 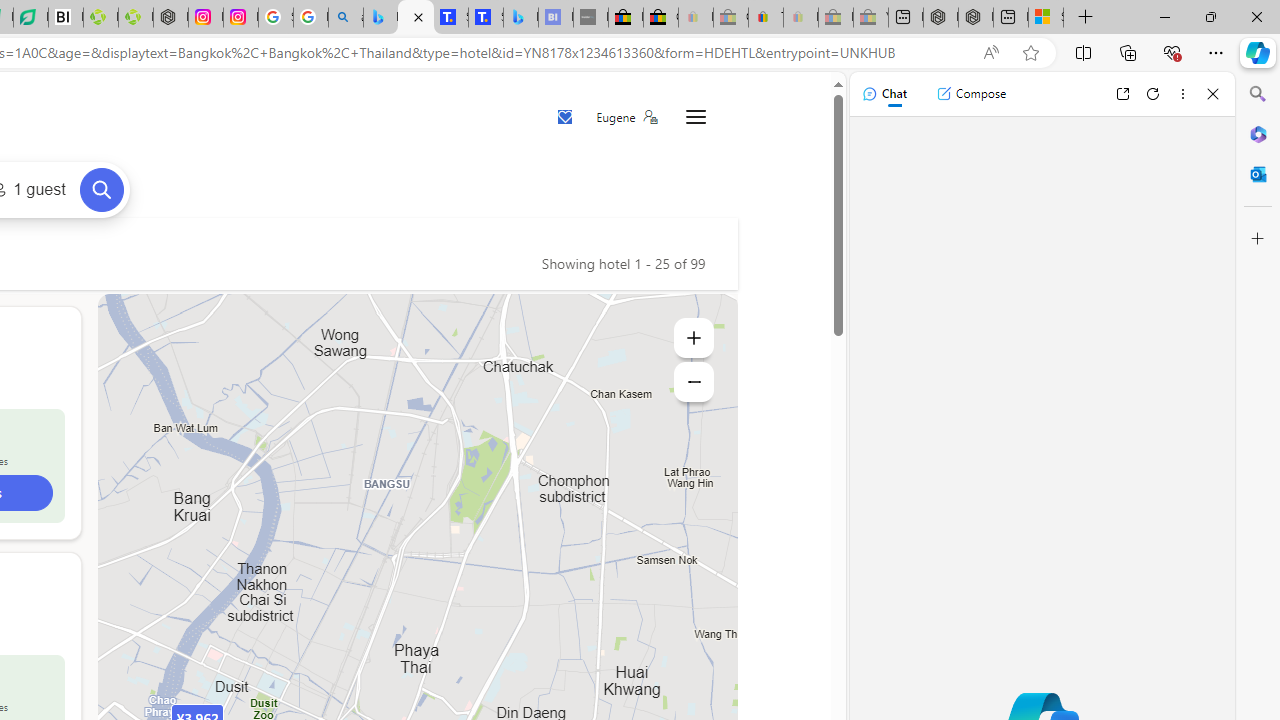 What do you see at coordinates (1257, 173) in the screenshot?
I see `'Outlook'` at bounding box center [1257, 173].